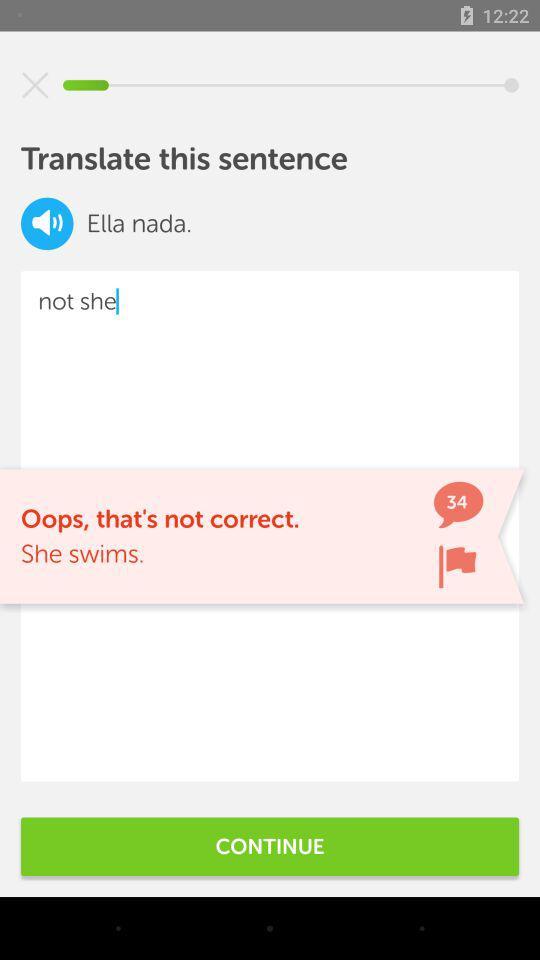 Image resolution: width=540 pixels, height=960 pixels. I want to click on cancel the process, so click(35, 85).